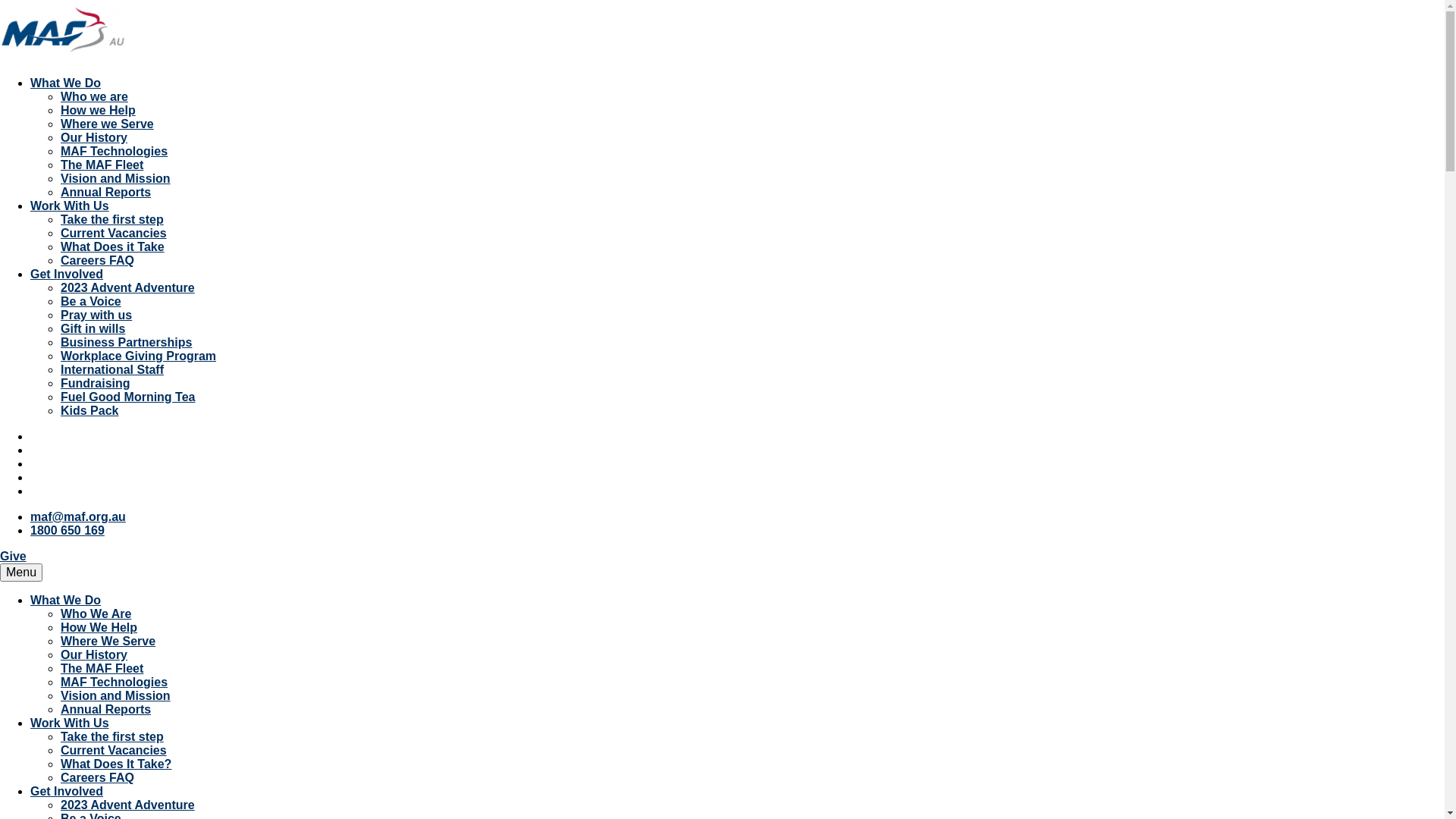 The height and width of the screenshot is (819, 1456). Describe the element at coordinates (13, 556) in the screenshot. I see `'Give'` at that location.